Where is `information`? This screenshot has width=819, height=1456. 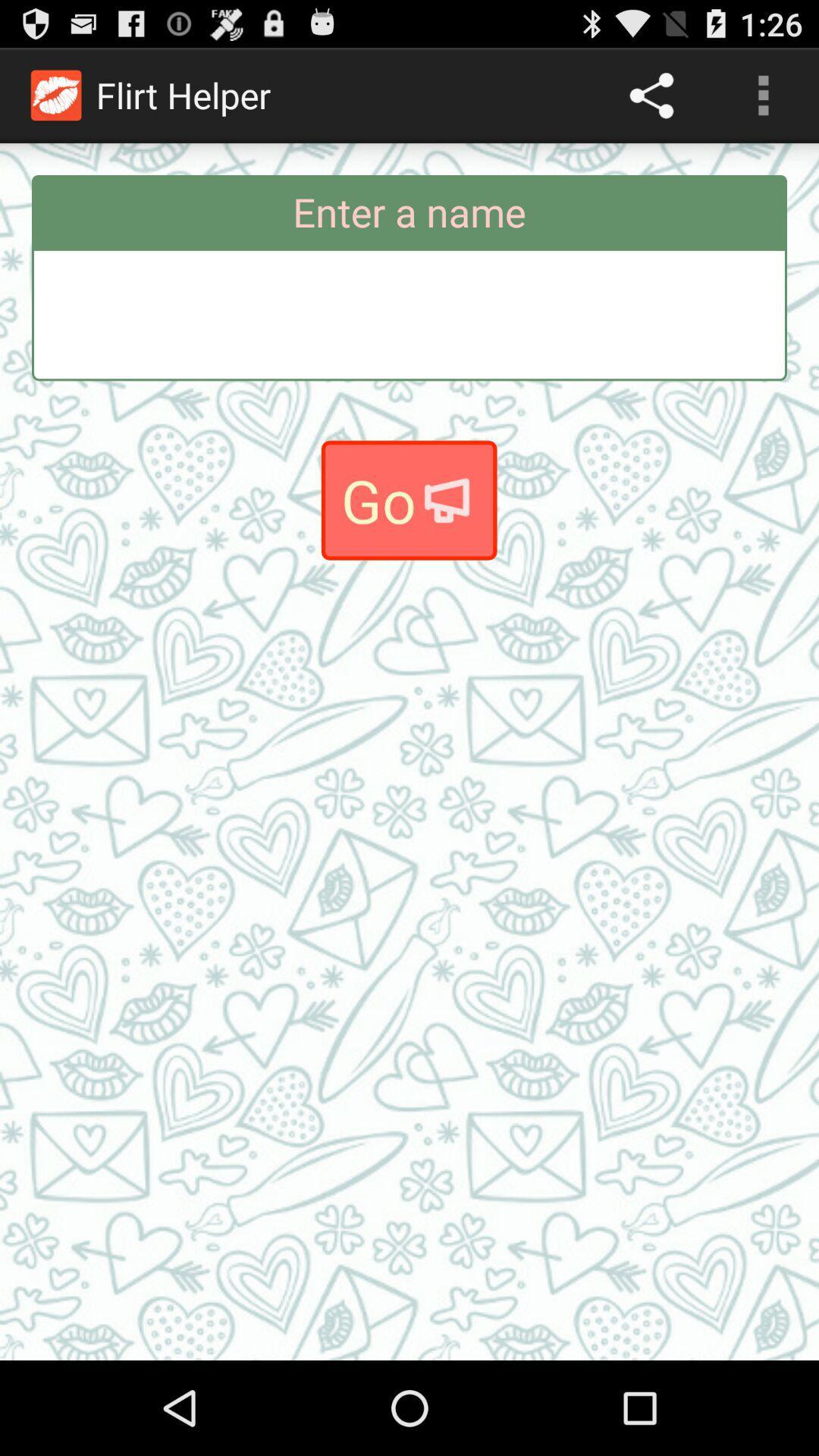 information is located at coordinates (409, 314).